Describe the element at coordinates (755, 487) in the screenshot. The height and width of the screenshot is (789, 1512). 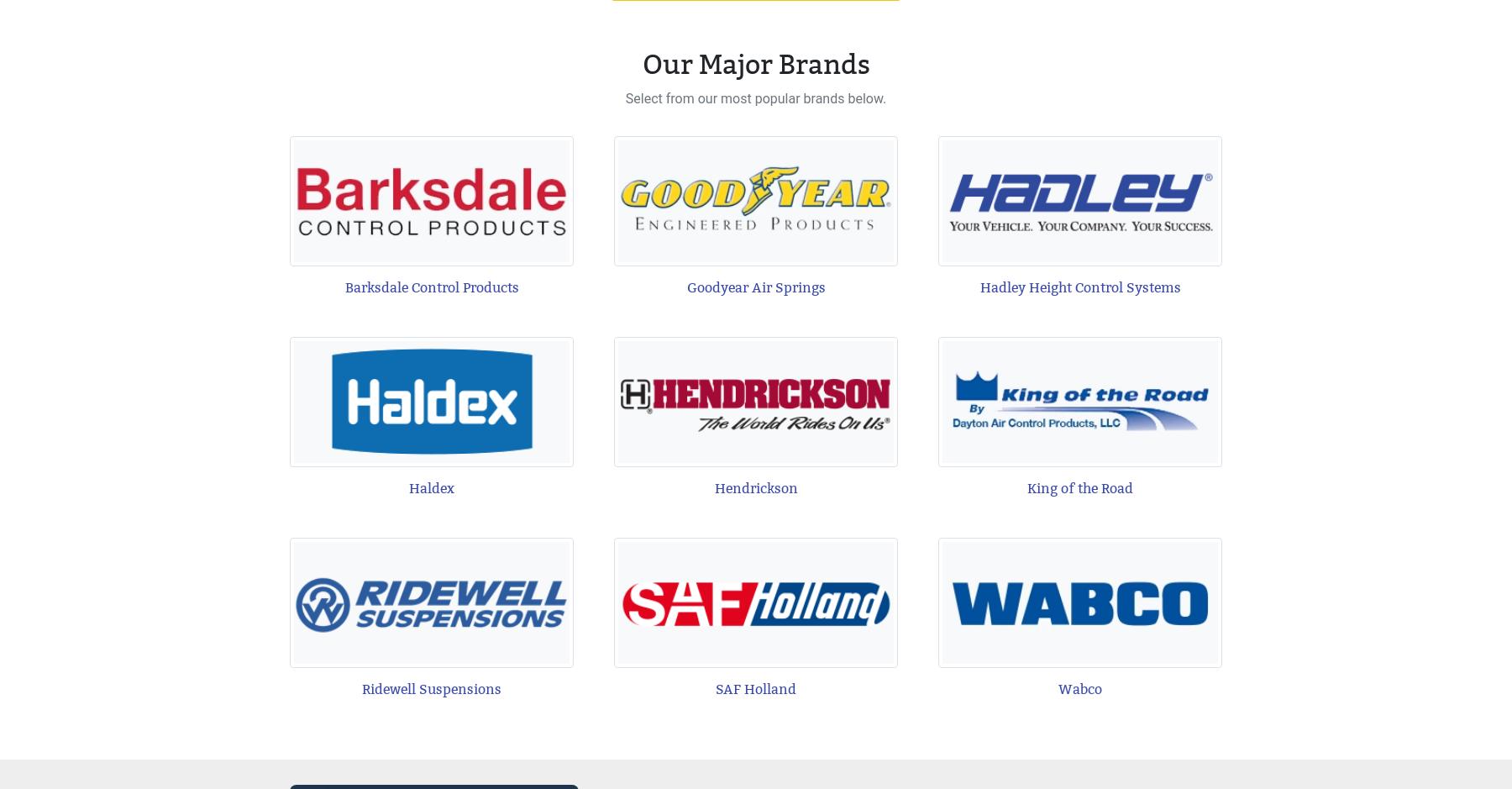
I see `'Hendrickson'` at that location.